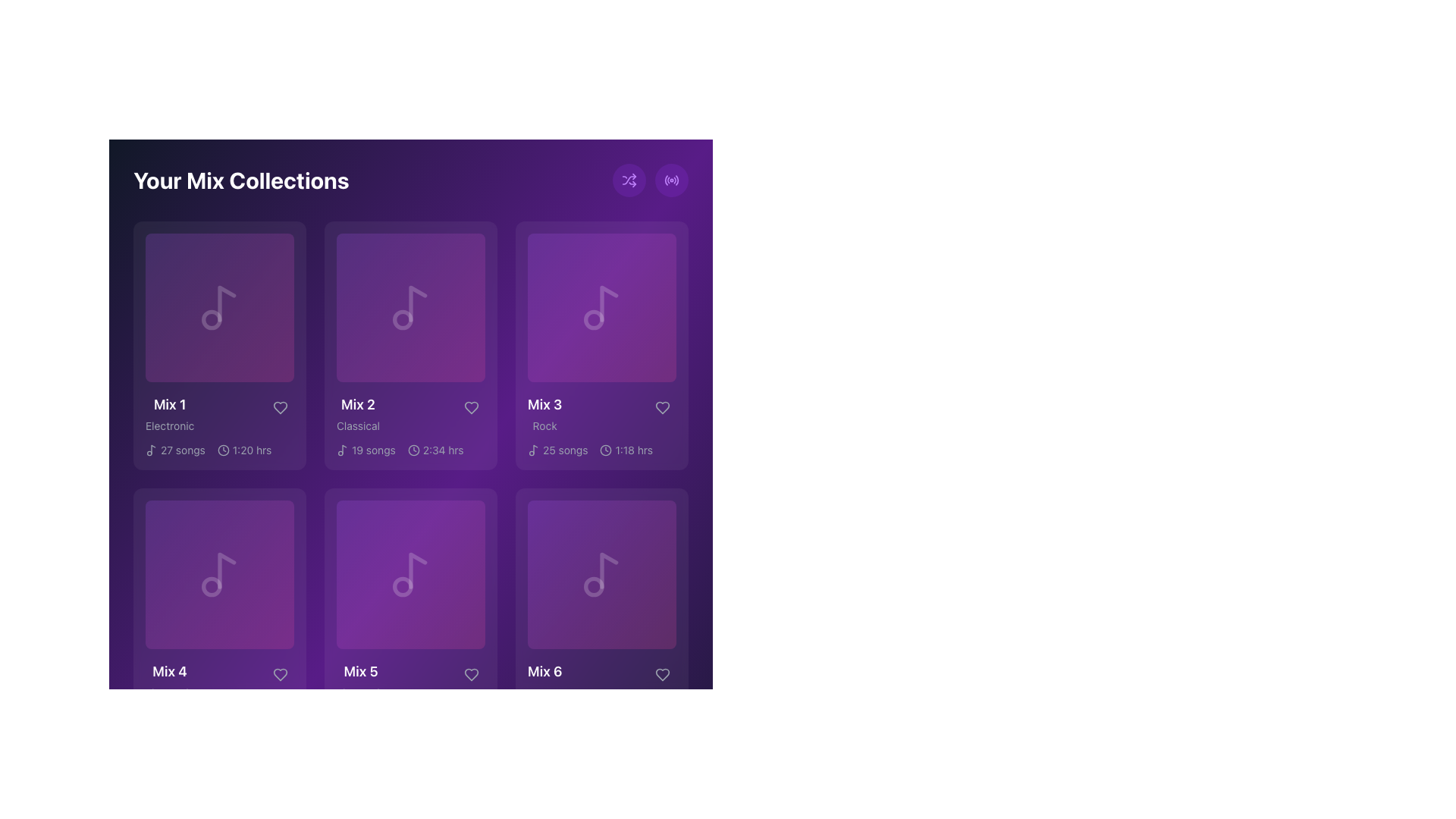  I want to click on the backward navigation icon button located at the bottom center of the interface for keyboard navigation, so click(318, 776).